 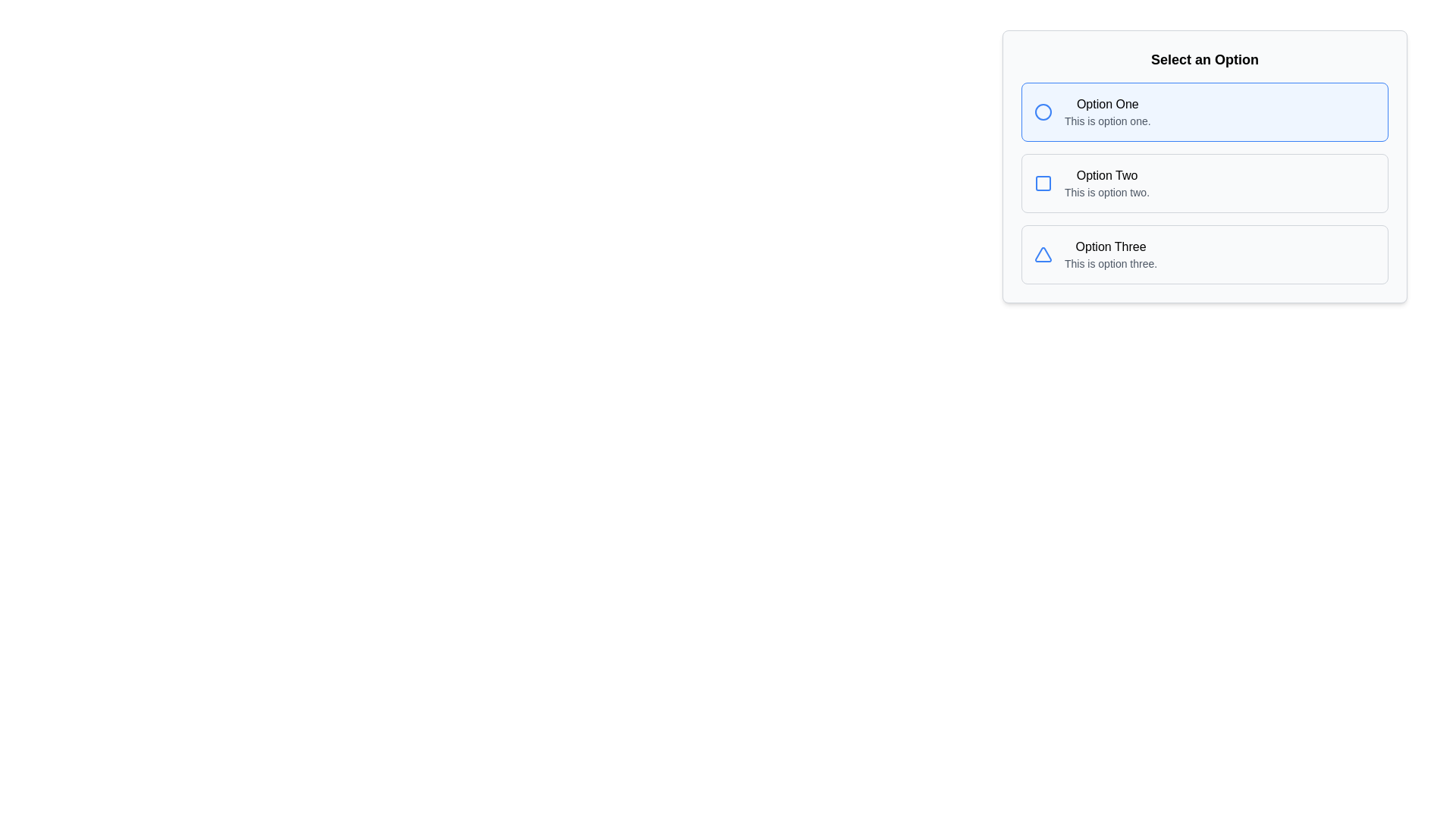 I want to click on the text element reading 'This is option two.' located under the 'Option Two' label in the options list, so click(x=1106, y=192).